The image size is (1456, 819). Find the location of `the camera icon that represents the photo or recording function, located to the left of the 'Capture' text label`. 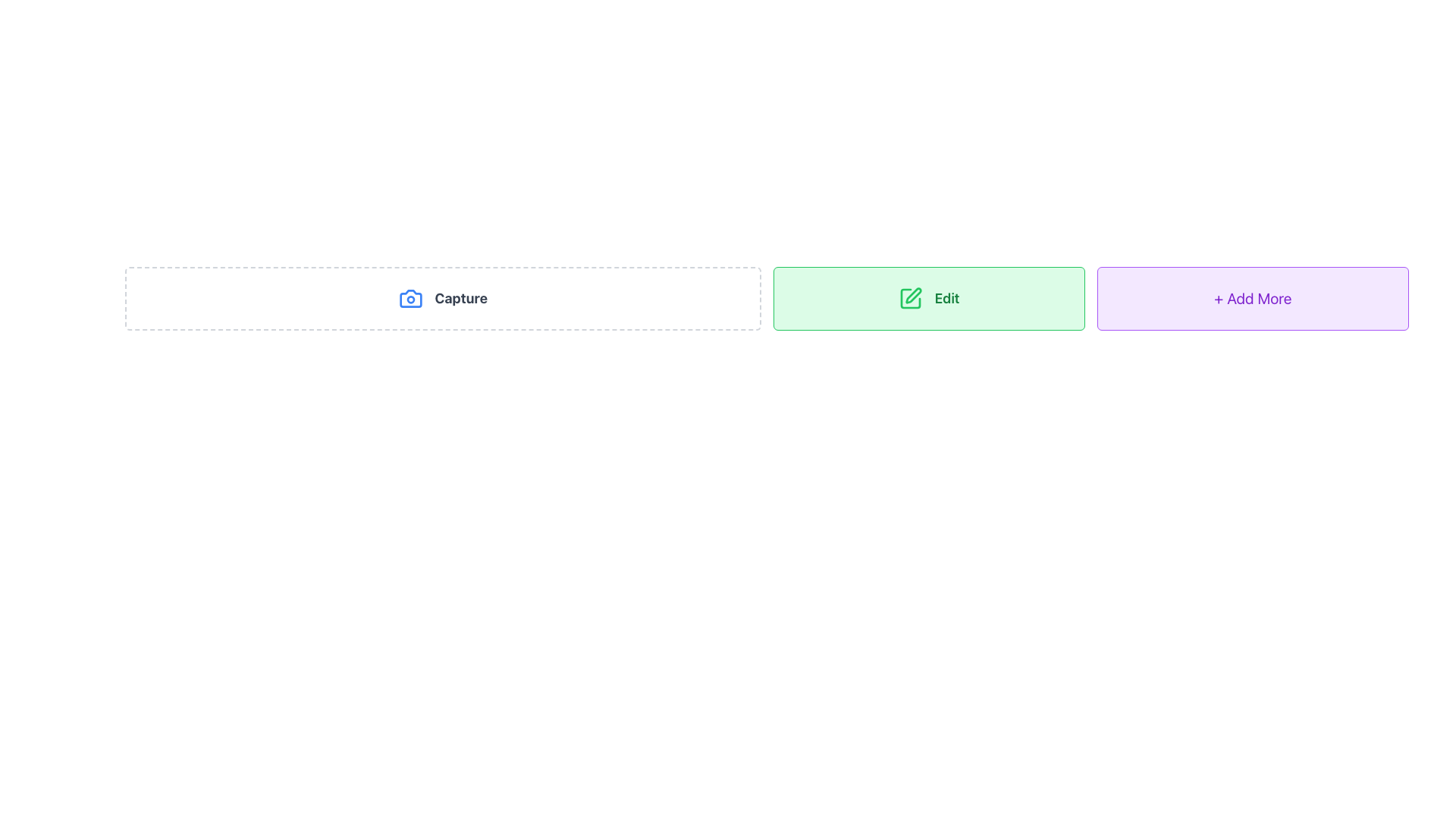

the camera icon that represents the photo or recording function, located to the left of the 'Capture' text label is located at coordinates (410, 298).